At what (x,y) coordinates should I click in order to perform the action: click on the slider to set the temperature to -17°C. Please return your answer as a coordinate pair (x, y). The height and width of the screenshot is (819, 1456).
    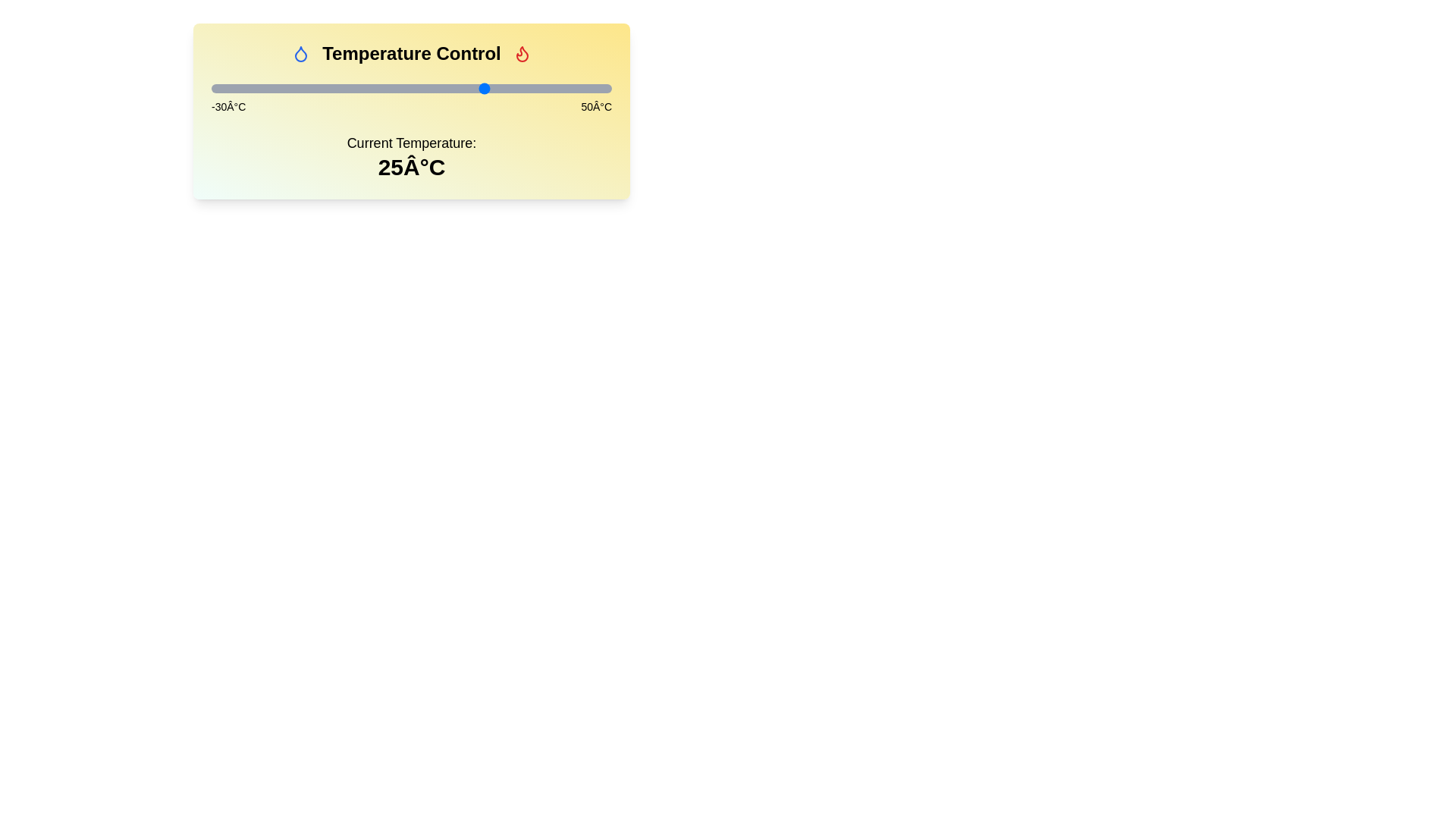
    Looking at the image, I should click on (276, 88).